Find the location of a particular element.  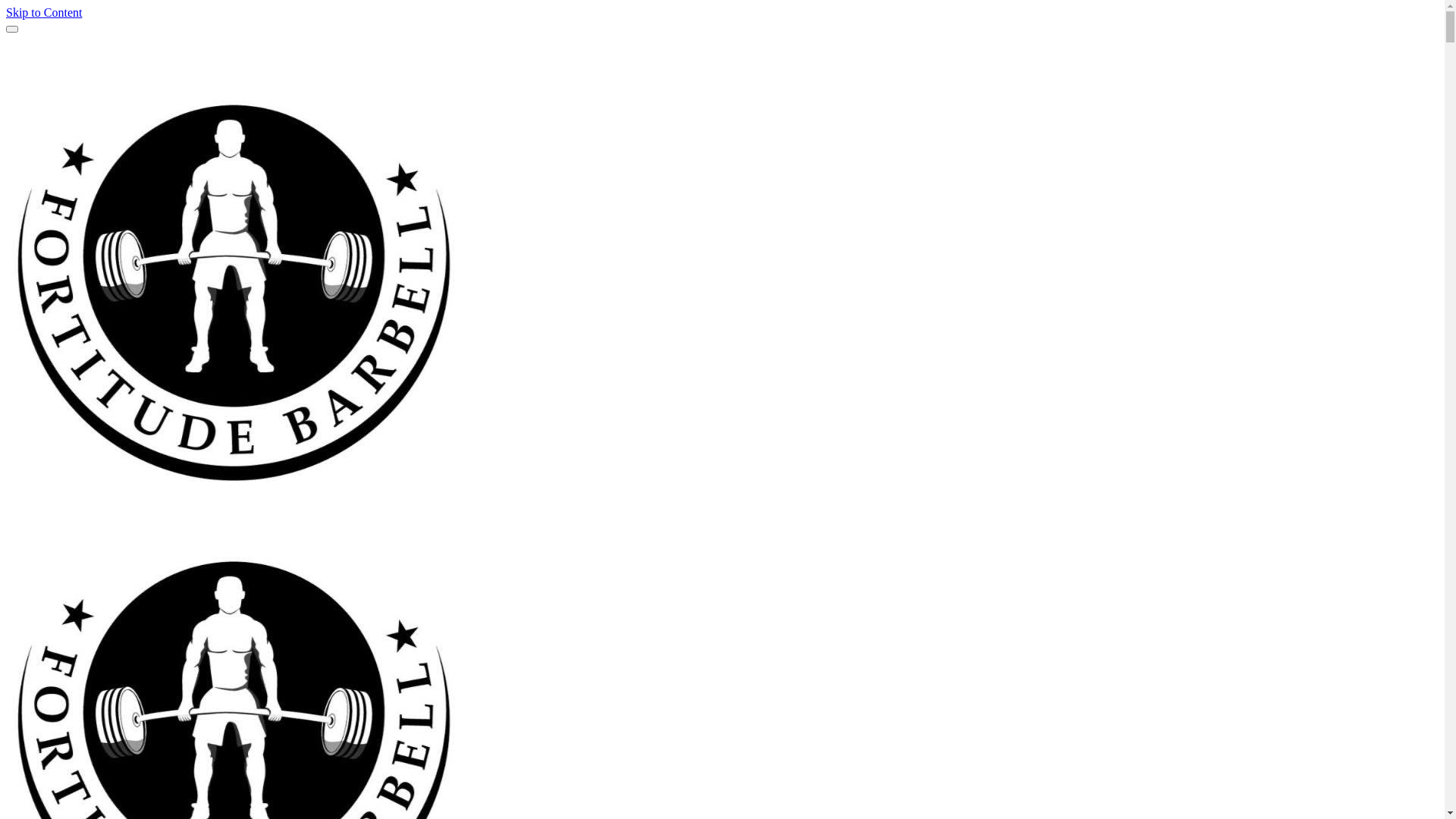

'Skip to Content' is located at coordinates (43, 12).